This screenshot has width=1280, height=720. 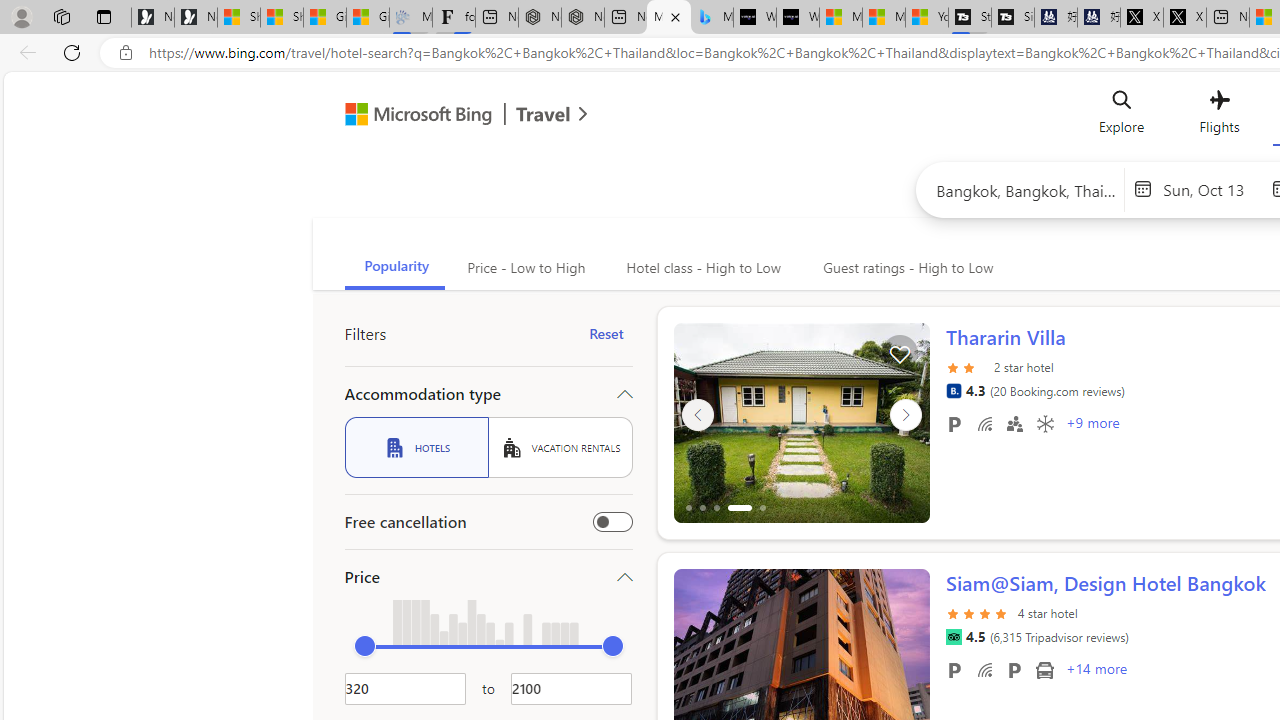 What do you see at coordinates (394, 267) in the screenshot?
I see `'Popularity'` at bounding box center [394, 267].